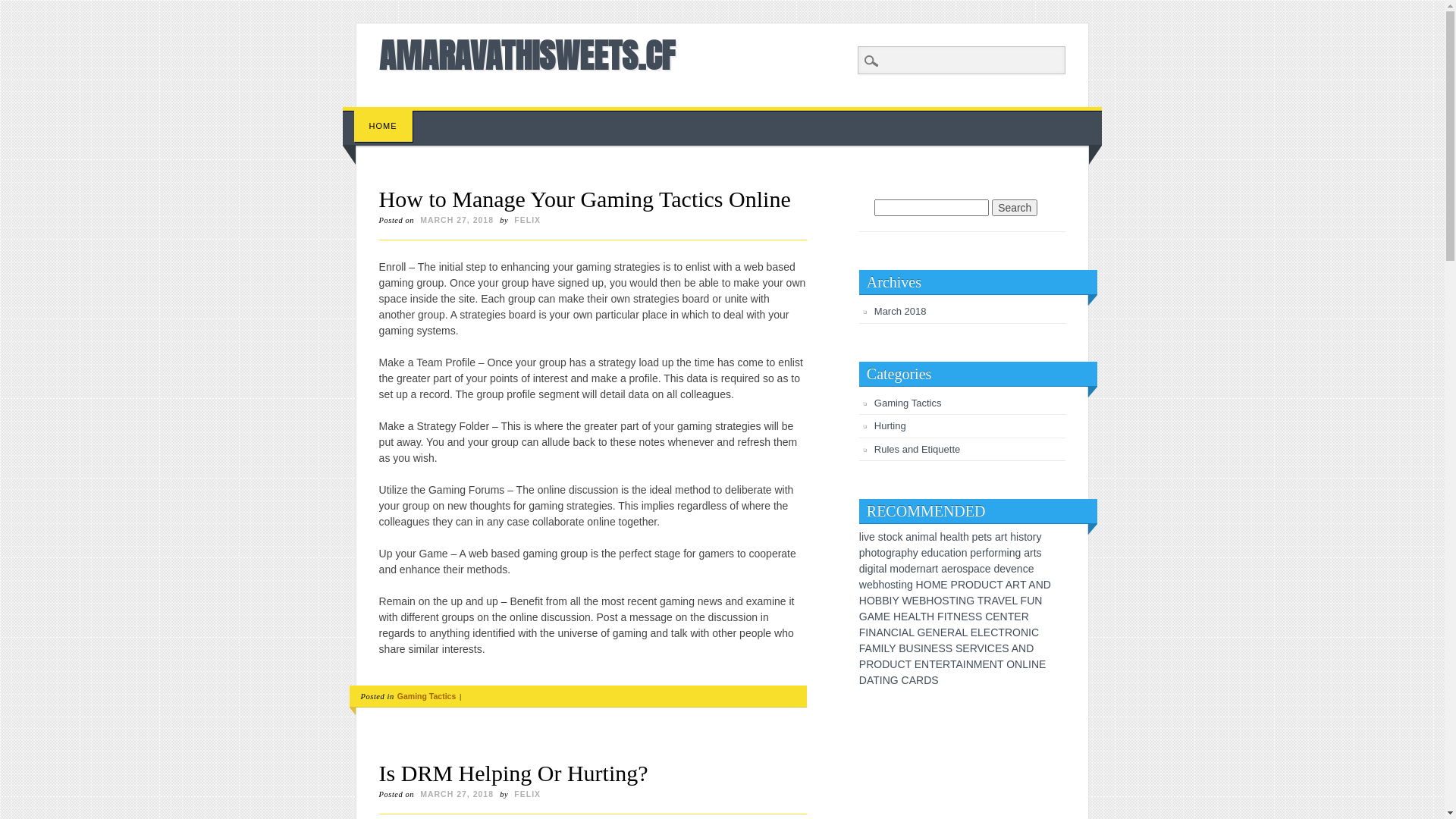 Image resolution: width=1456 pixels, height=819 pixels. What do you see at coordinates (383, 125) in the screenshot?
I see `'HOME'` at bounding box center [383, 125].